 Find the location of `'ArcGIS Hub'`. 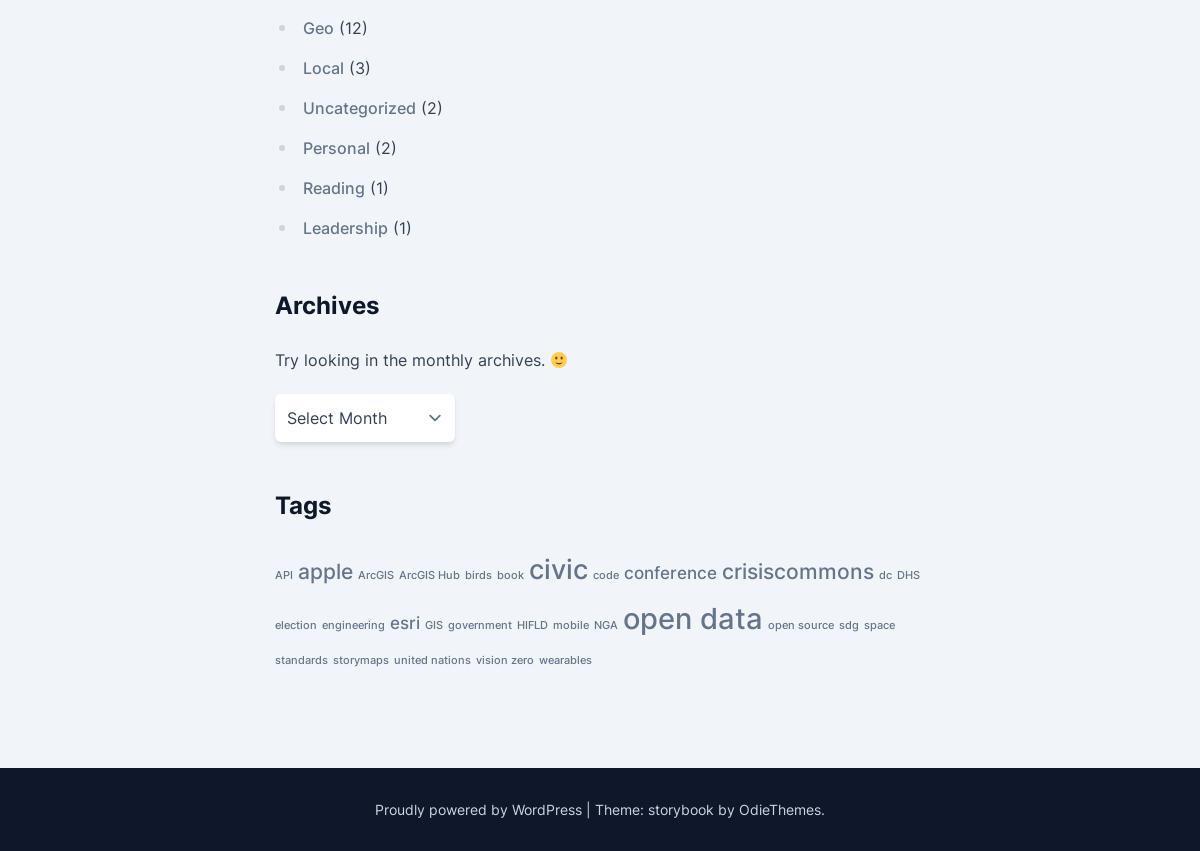

'ArcGIS Hub' is located at coordinates (429, 573).